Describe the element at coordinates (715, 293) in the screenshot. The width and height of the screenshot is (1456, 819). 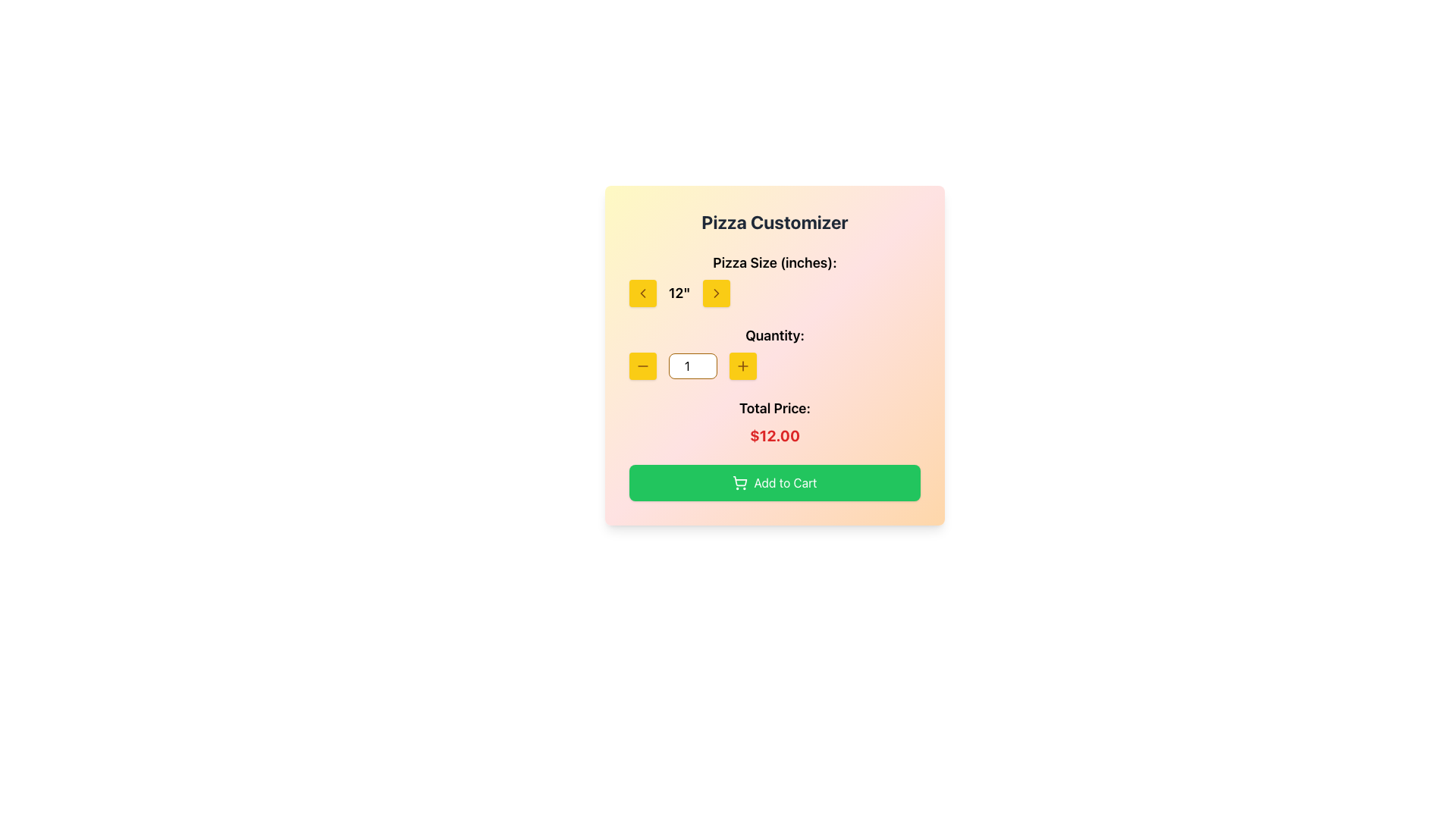
I see `the Right arrow icon (SVG) located immediately to the right of the text '12' in the 'Pizza Size (inches)' dropdown` at that location.